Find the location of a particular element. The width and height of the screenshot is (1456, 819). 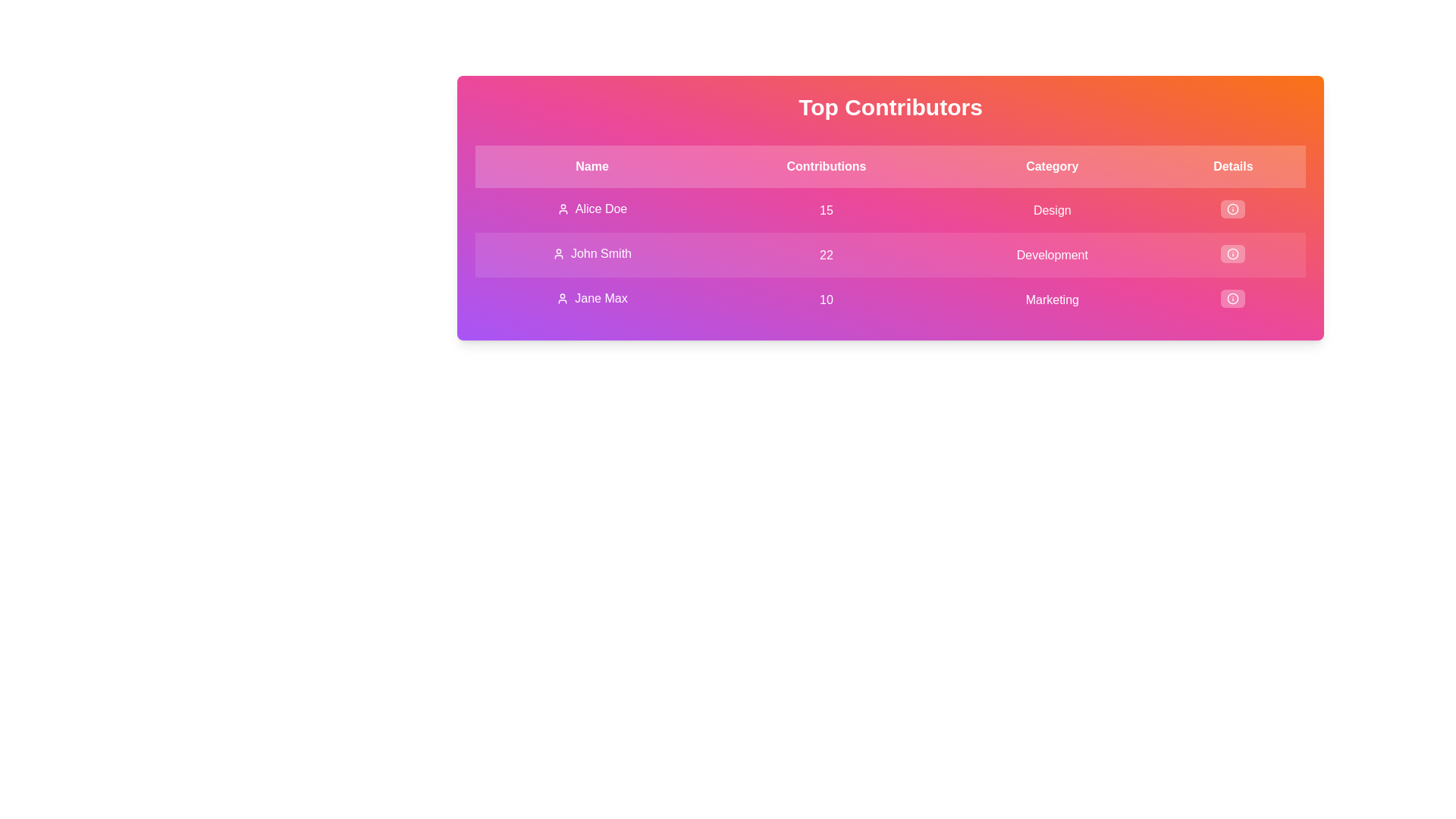

the button in the 'Details' column of the third row, associated with 'Jane Max' is located at coordinates (1233, 298).